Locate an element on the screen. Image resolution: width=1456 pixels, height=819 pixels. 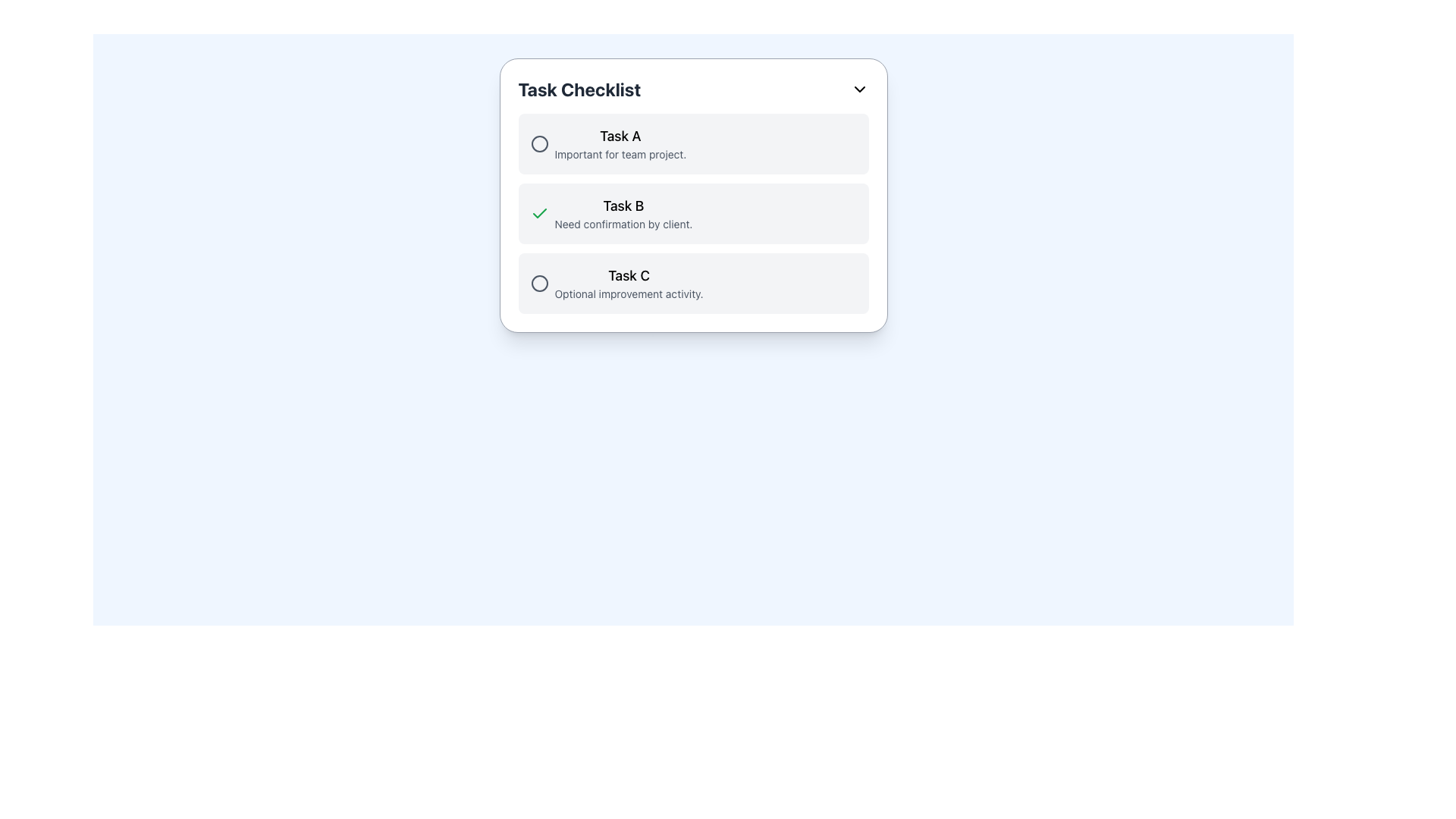
the text-based component labeled 'Task C' with the description 'Optional improvement activity' is located at coordinates (617, 284).